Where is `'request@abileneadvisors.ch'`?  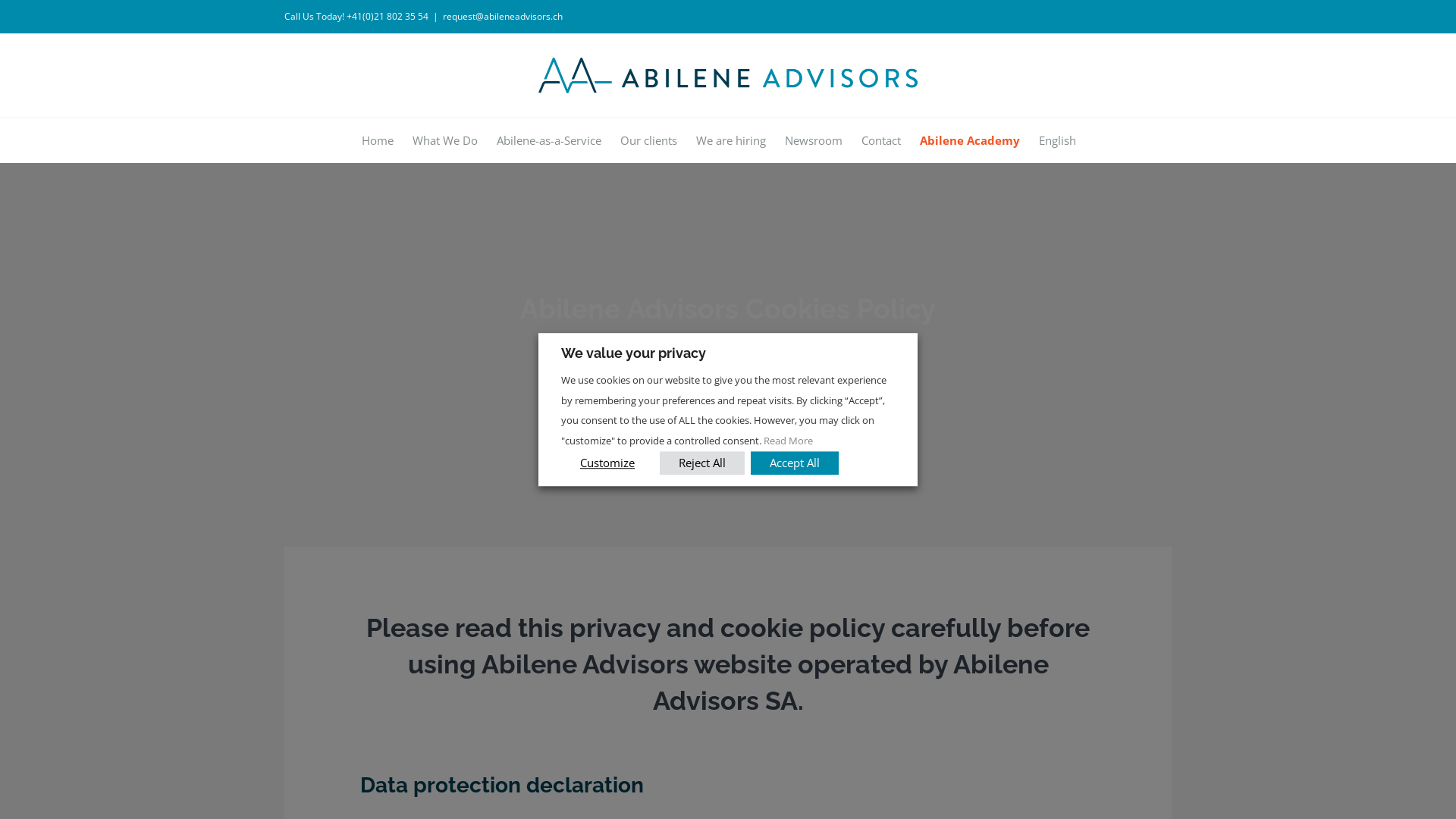
'request@abileneadvisors.ch' is located at coordinates (502, 16).